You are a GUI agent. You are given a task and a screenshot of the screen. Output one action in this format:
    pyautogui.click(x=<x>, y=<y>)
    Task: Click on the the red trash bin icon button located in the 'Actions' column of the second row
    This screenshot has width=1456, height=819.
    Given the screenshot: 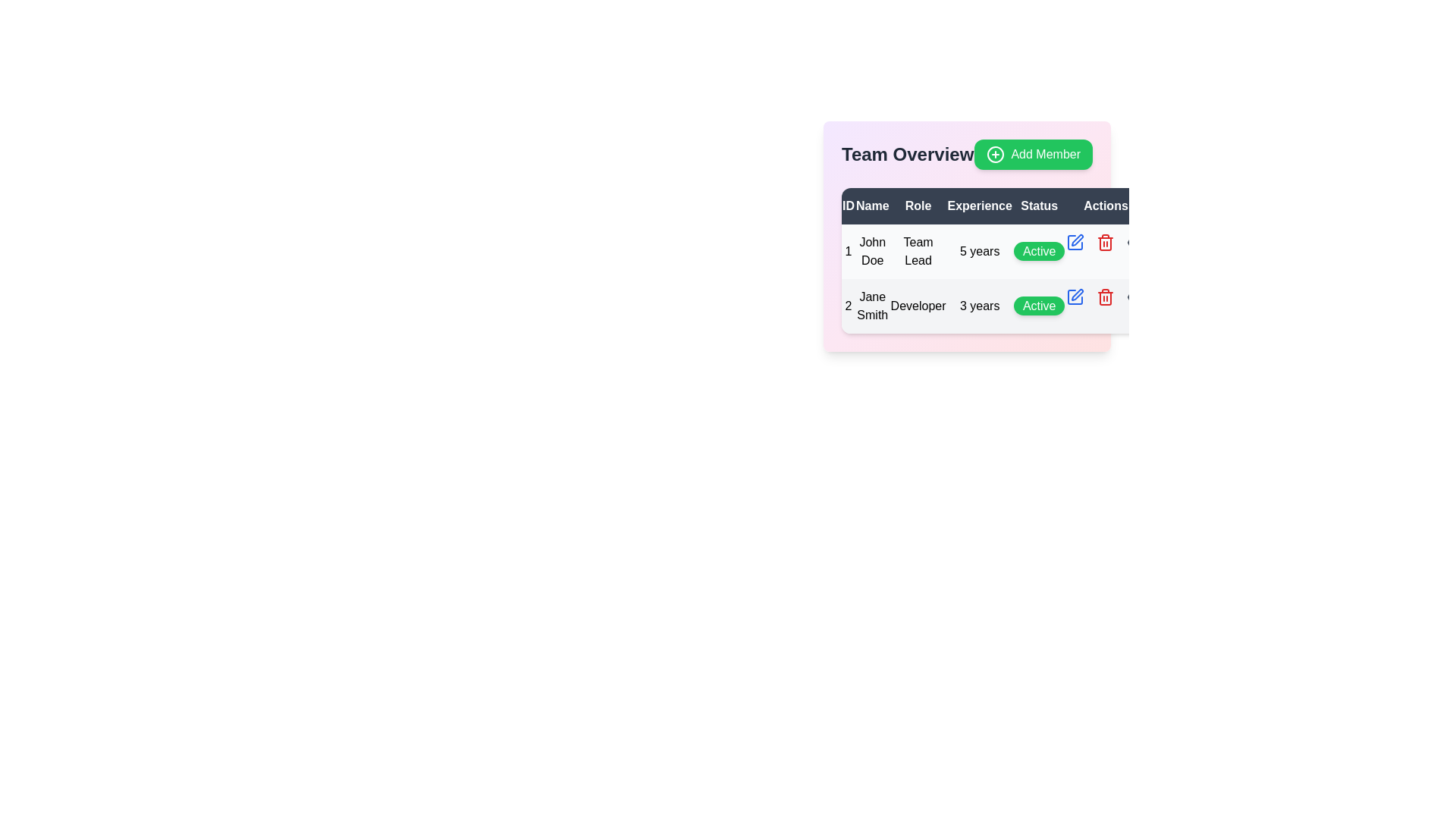 What is the action you would take?
    pyautogui.click(x=1106, y=242)
    